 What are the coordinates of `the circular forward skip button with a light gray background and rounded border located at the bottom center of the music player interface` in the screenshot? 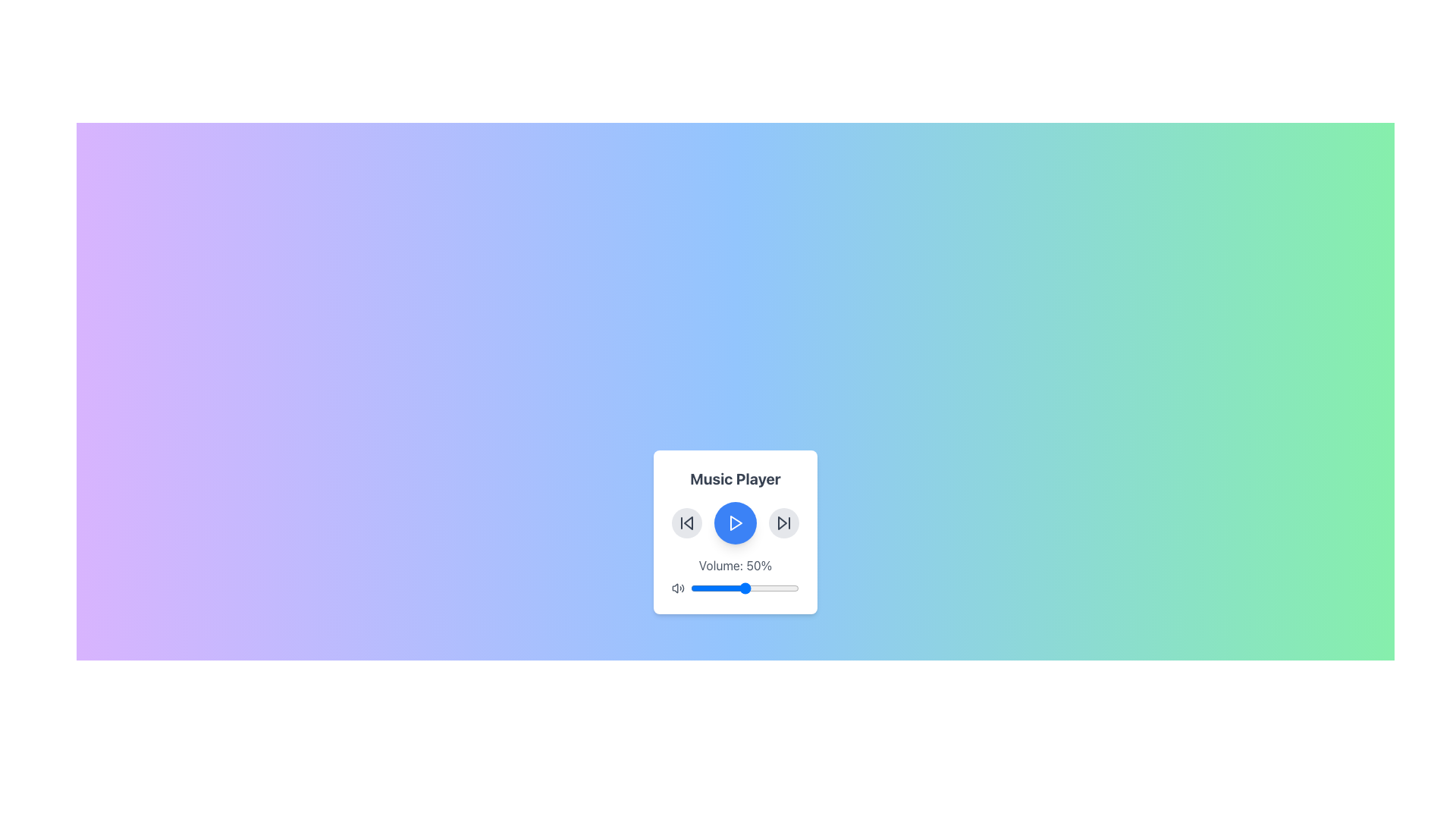 It's located at (783, 522).